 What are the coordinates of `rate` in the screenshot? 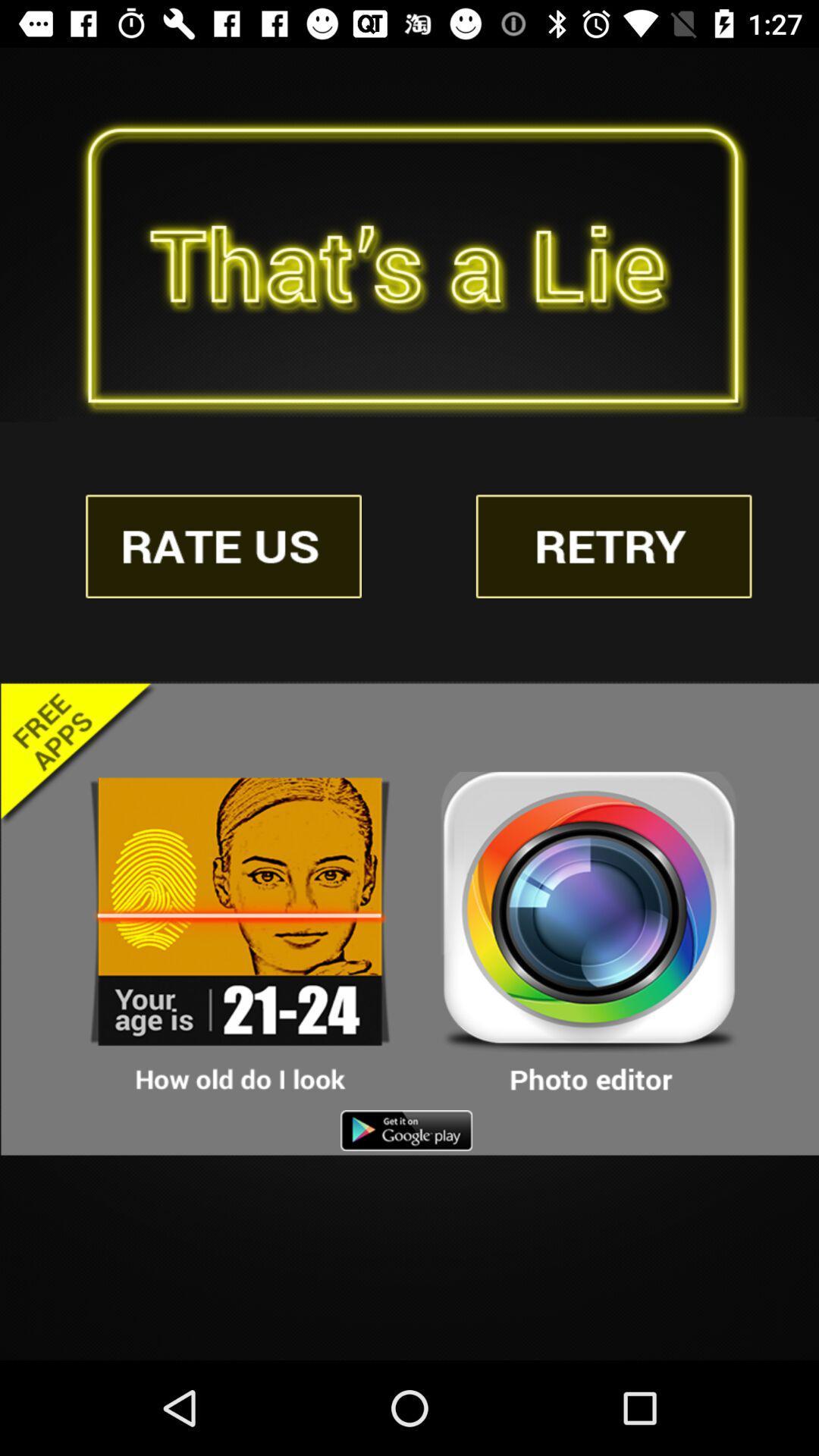 It's located at (224, 546).